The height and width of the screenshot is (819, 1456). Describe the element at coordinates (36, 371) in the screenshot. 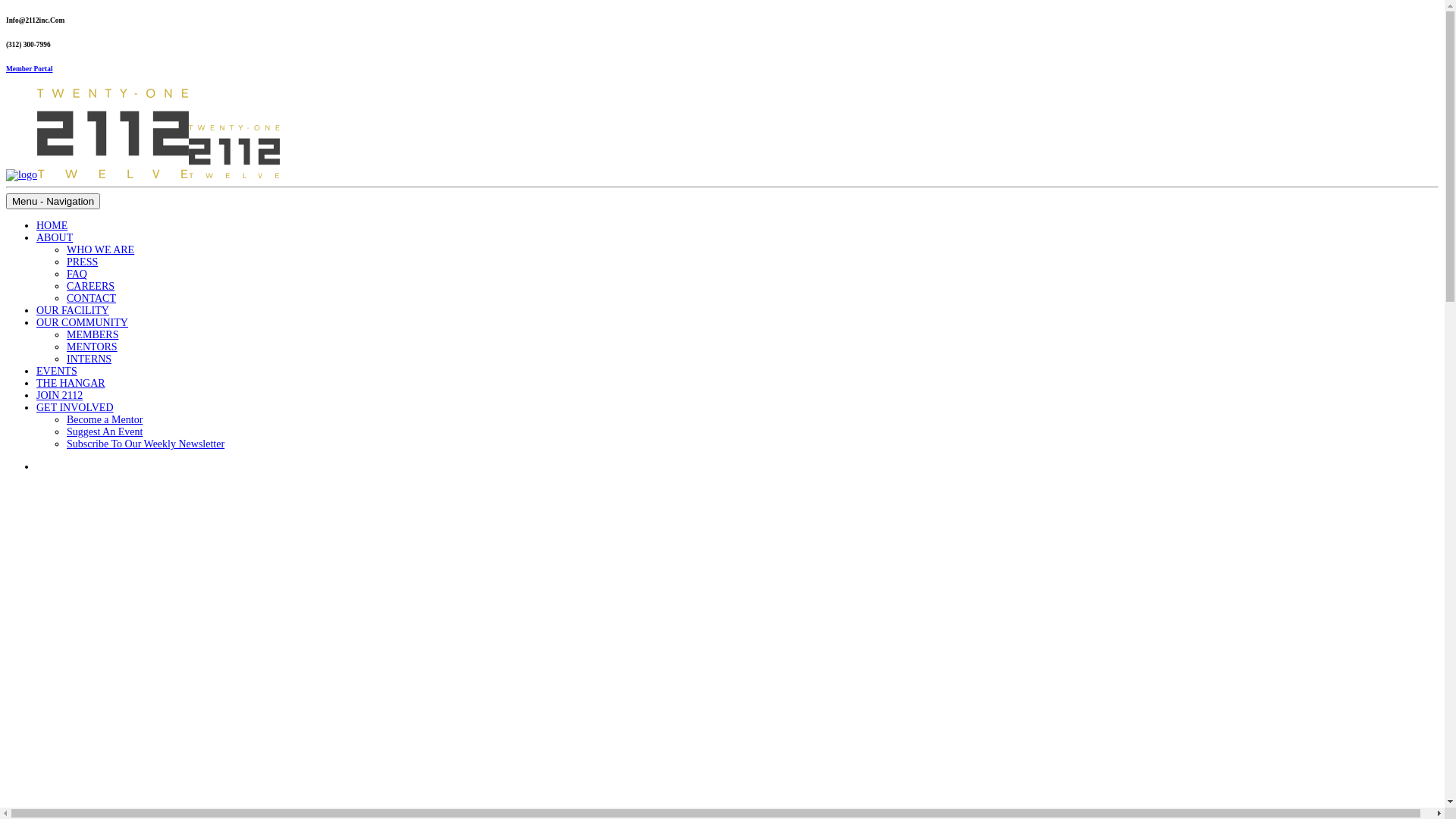

I see `'EVENTS'` at that location.